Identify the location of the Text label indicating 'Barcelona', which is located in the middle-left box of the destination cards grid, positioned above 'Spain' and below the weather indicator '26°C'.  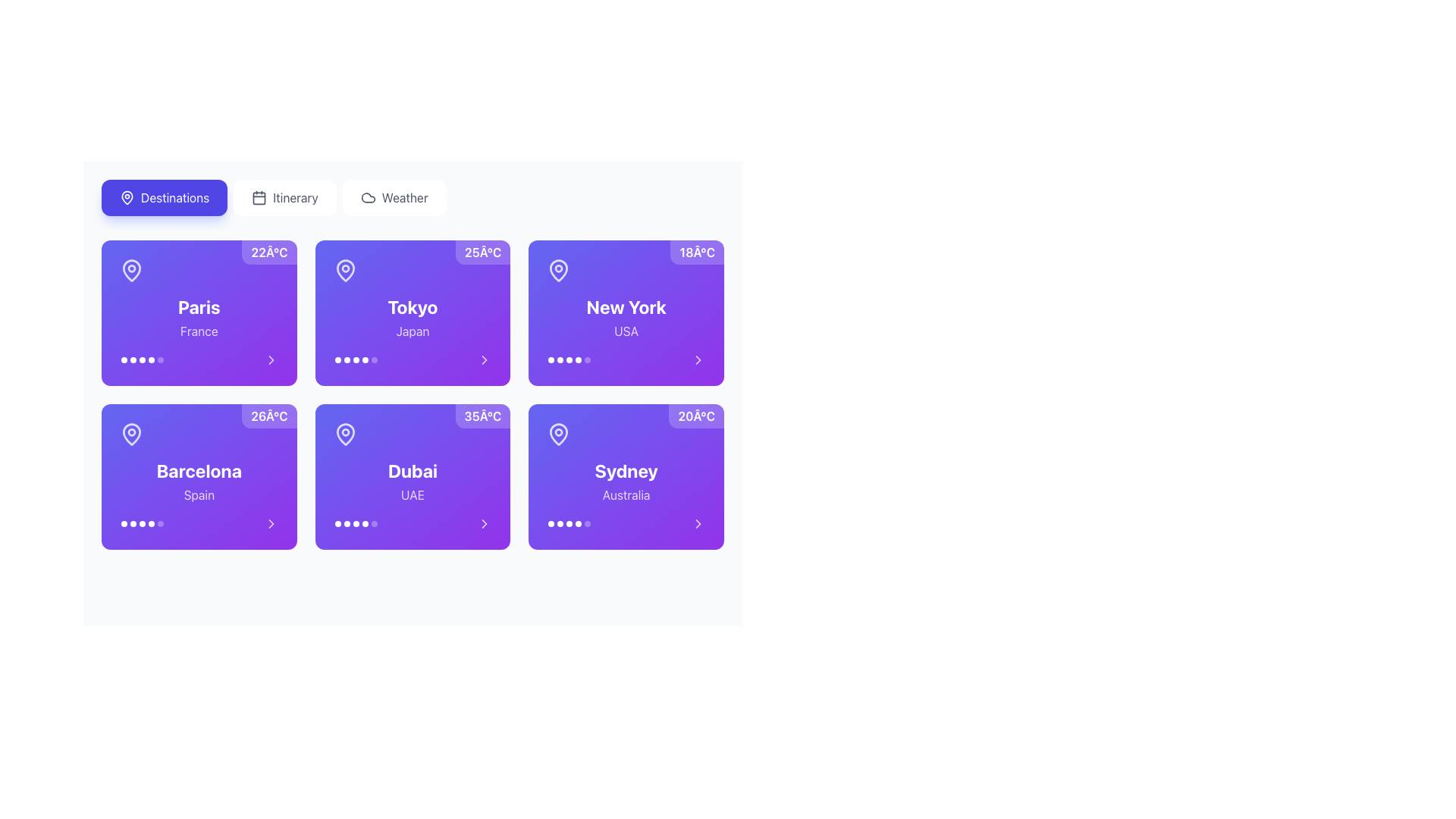
(198, 470).